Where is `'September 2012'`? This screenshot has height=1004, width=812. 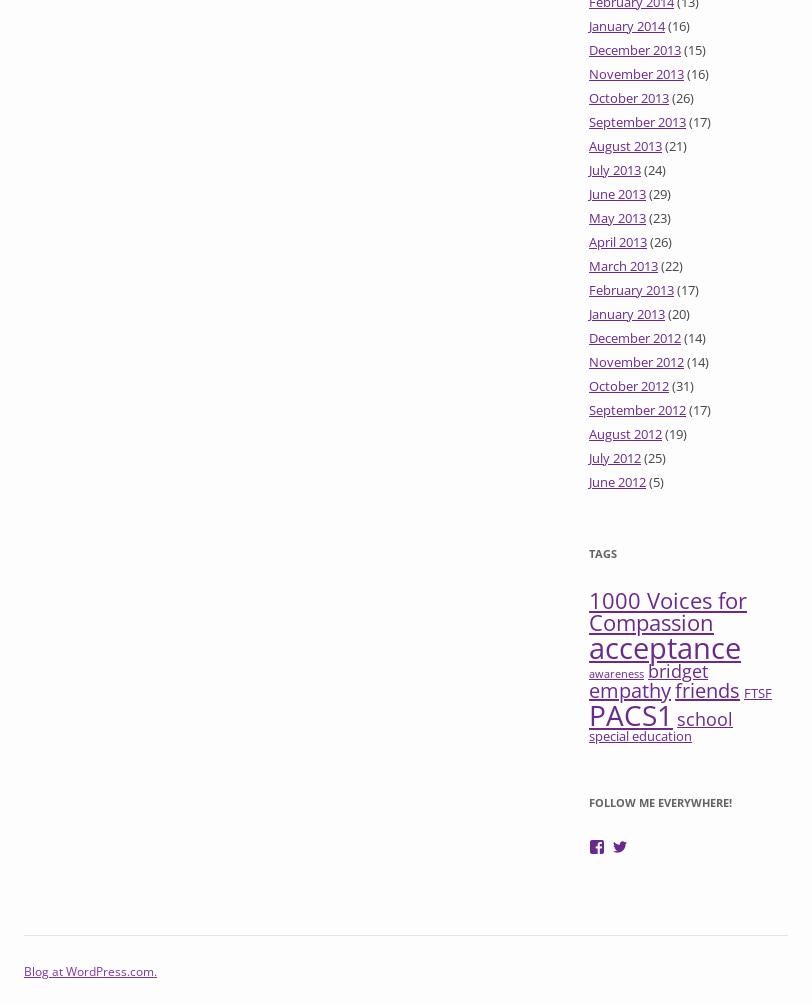
'September 2012' is located at coordinates (637, 409).